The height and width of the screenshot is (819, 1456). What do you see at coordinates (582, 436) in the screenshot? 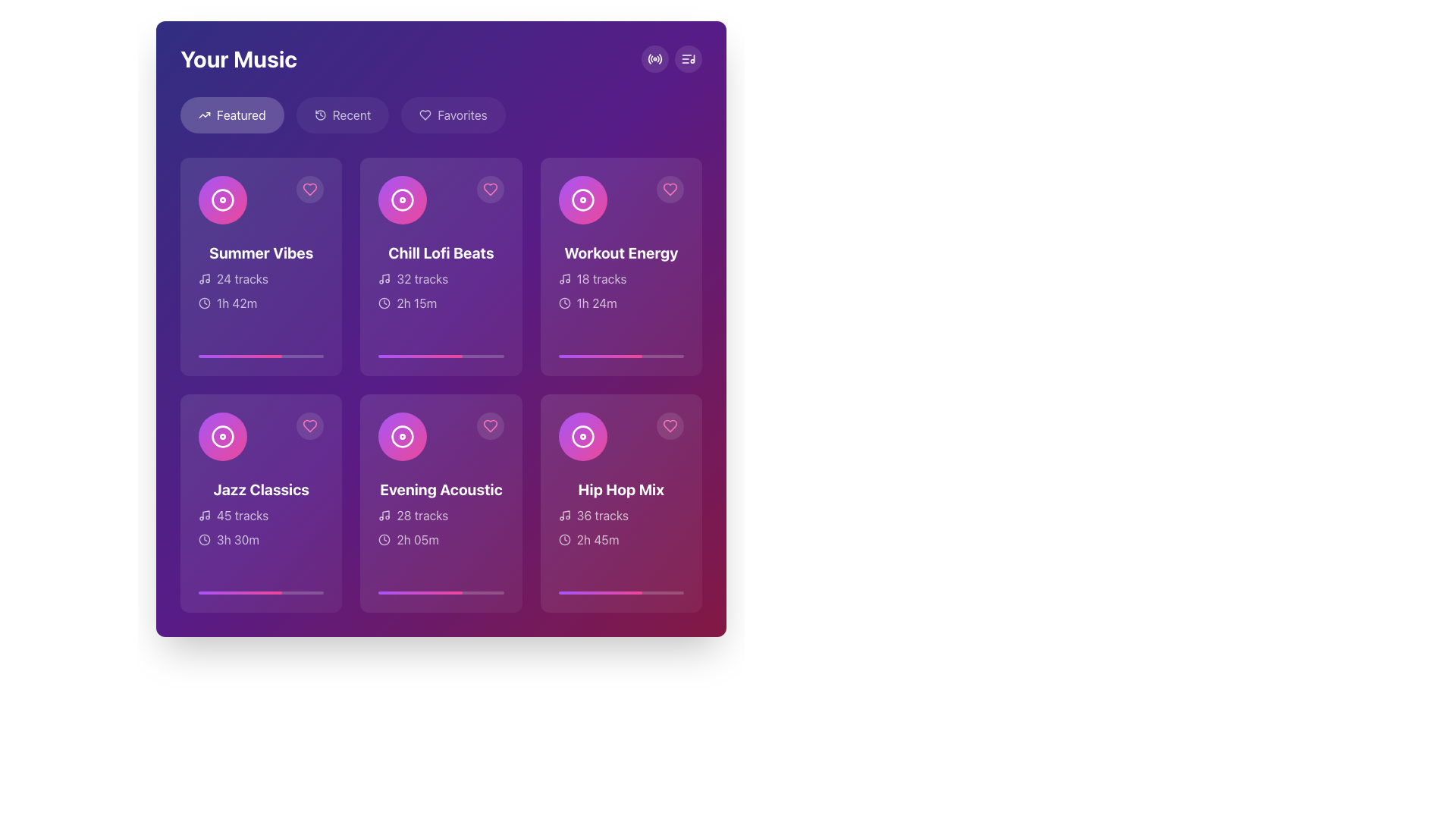
I see `the circular graphical element with a white border and a gradient fill from pink to purple, located at the center of the upper part of the 'Hip Hop Mix' music card` at bounding box center [582, 436].